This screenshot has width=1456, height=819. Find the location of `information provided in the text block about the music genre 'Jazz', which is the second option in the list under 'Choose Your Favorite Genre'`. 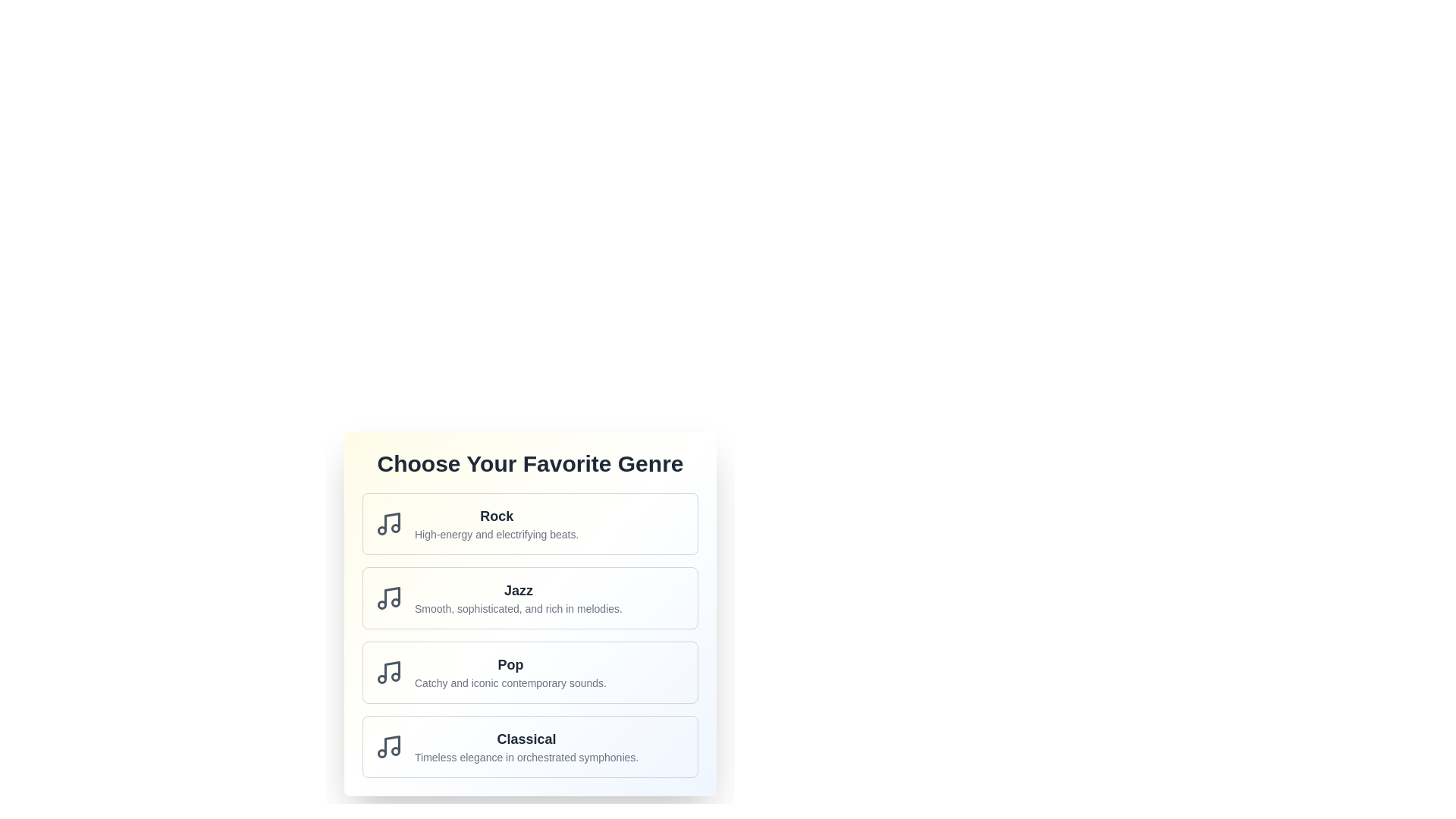

information provided in the text block about the music genre 'Jazz', which is the second option in the list under 'Choose Your Favorite Genre' is located at coordinates (518, 598).